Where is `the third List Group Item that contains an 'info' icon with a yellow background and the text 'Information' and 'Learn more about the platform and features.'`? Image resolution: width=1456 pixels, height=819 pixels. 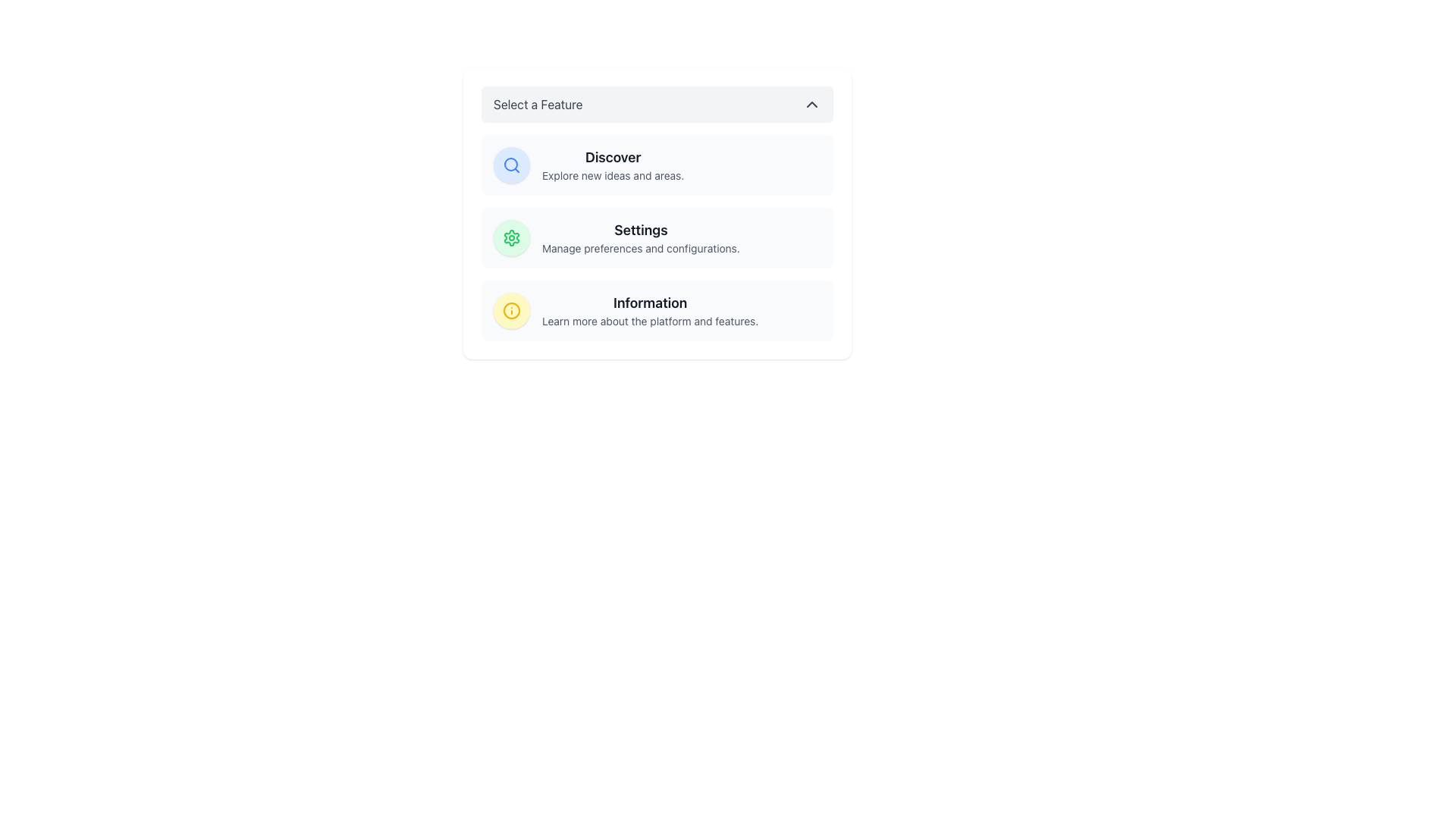 the third List Group Item that contains an 'info' icon with a yellow background and the text 'Information' and 'Learn more about the platform and features.' is located at coordinates (657, 309).